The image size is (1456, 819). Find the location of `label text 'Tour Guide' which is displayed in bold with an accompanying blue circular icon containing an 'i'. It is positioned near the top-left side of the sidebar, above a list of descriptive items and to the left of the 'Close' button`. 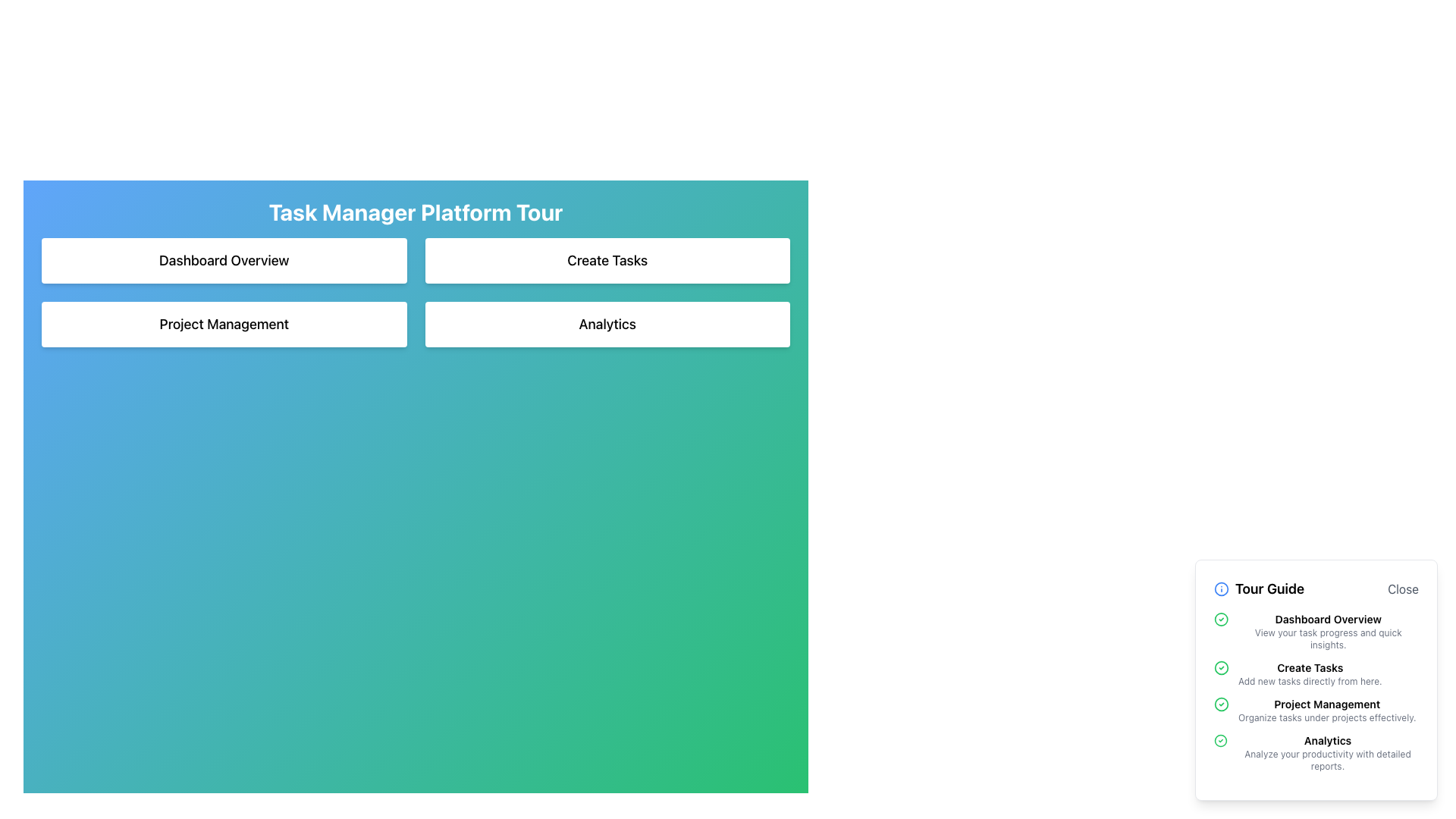

label text 'Tour Guide' which is displayed in bold with an accompanying blue circular icon containing an 'i'. It is positioned near the top-left side of the sidebar, above a list of descriptive items and to the left of the 'Close' button is located at coordinates (1259, 588).